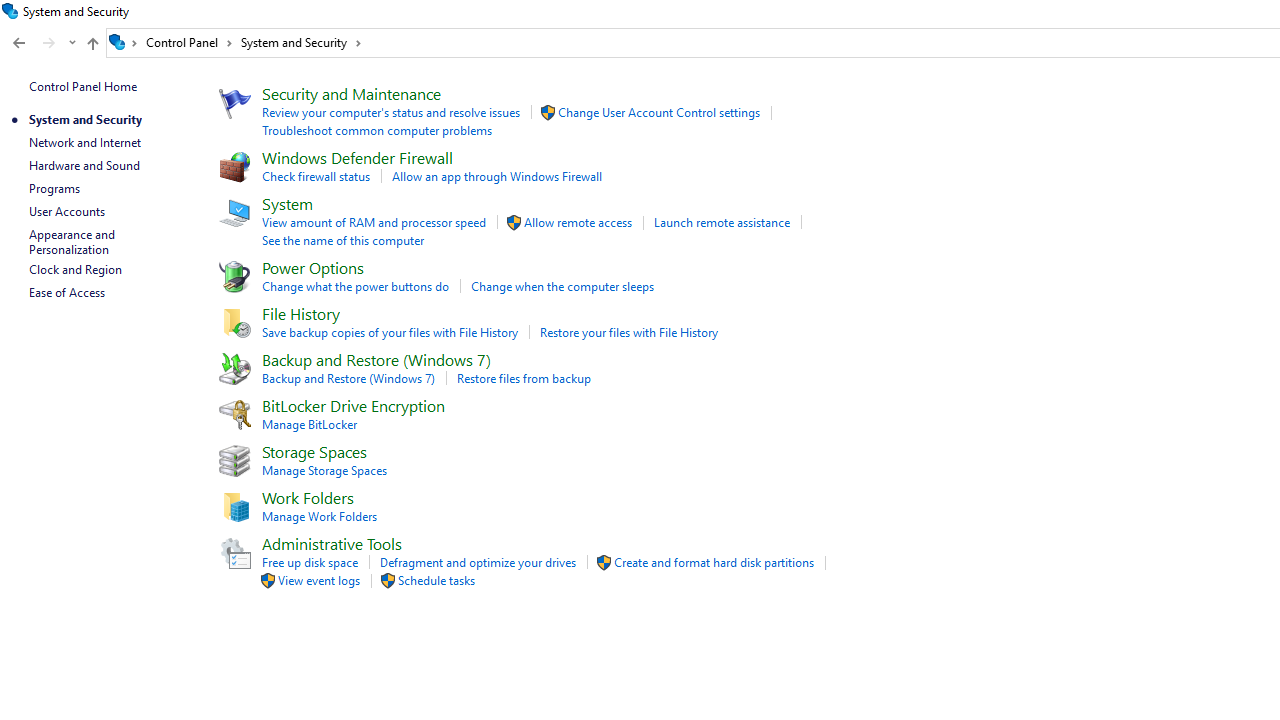 This screenshot has height=720, width=1280. What do you see at coordinates (232, 551) in the screenshot?
I see `'Icon'` at bounding box center [232, 551].